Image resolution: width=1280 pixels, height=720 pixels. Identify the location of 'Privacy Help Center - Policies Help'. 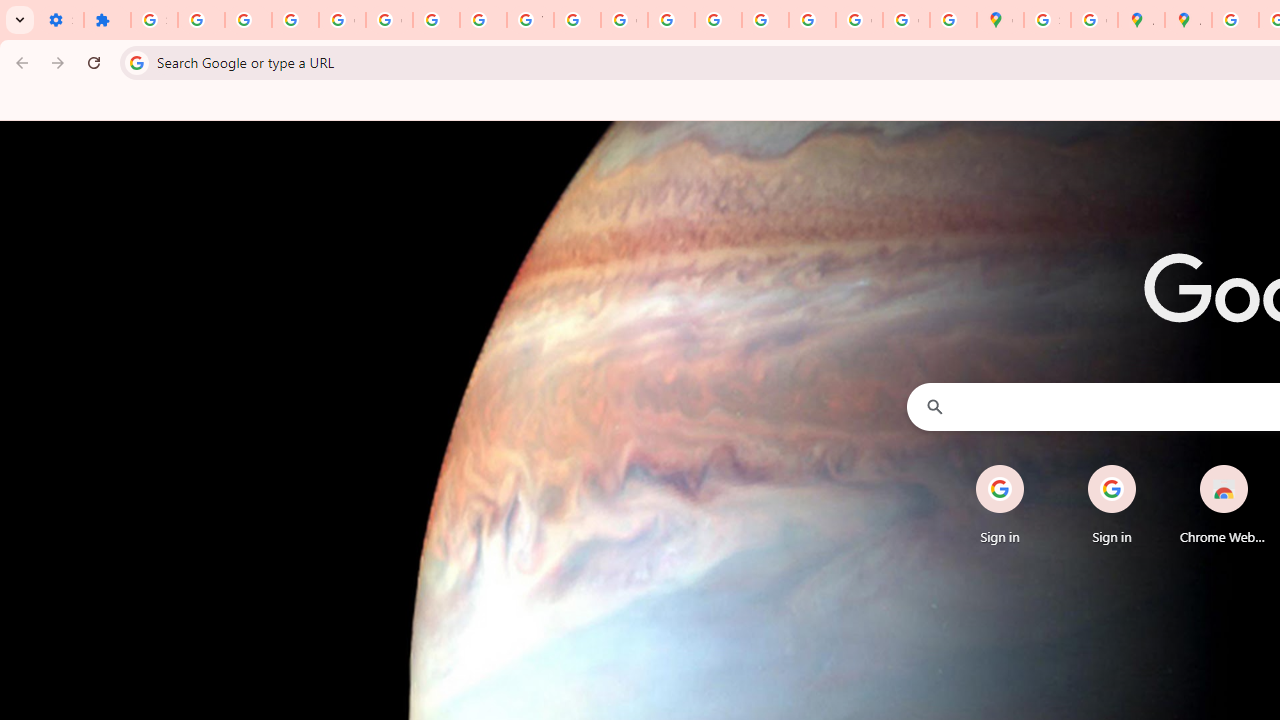
(671, 20).